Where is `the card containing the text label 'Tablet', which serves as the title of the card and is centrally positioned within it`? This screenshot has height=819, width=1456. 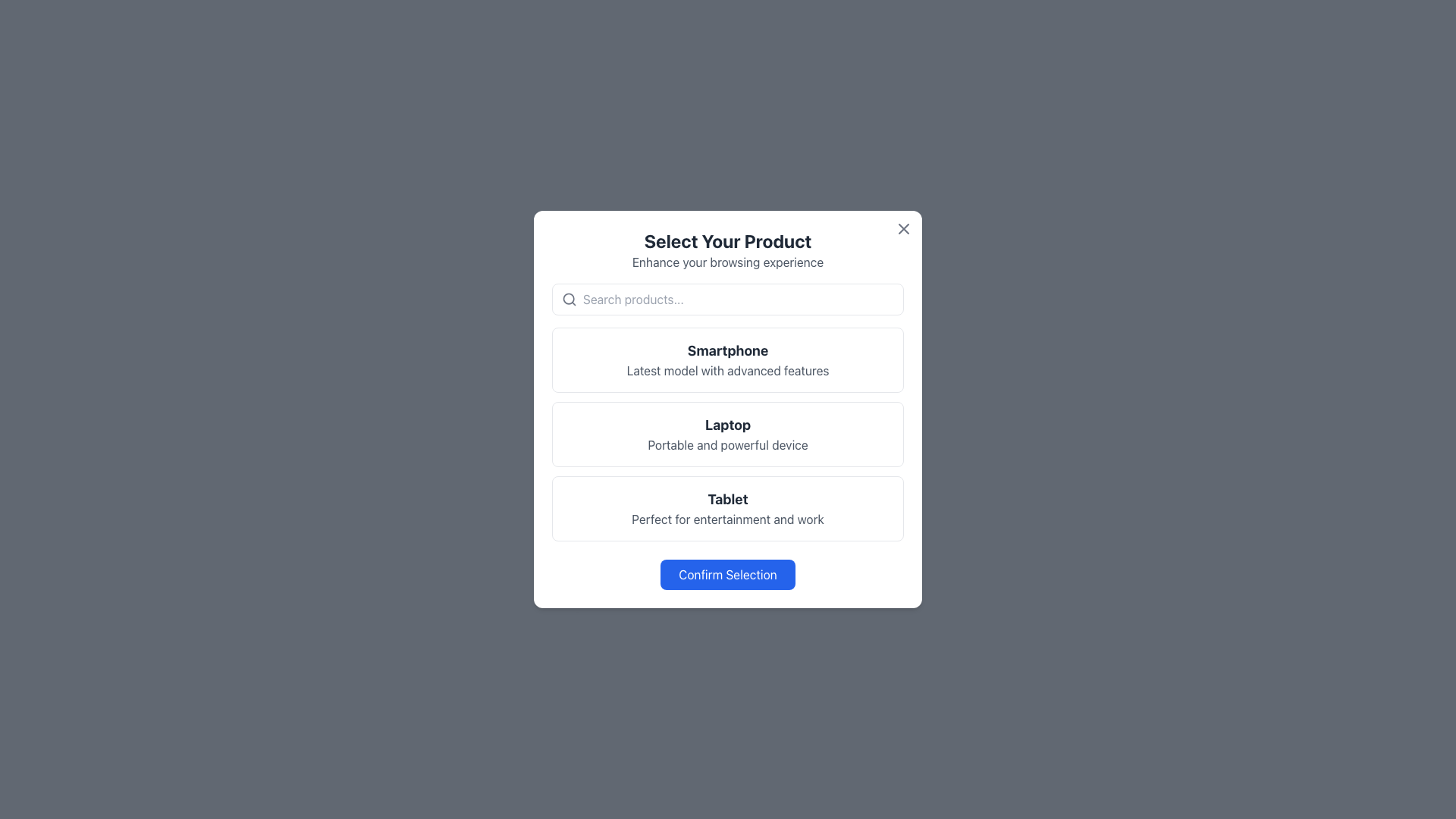 the card containing the text label 'Tablet', which serves as the title of the card and is centrally positioned within it is located at coordinates (728, 500).